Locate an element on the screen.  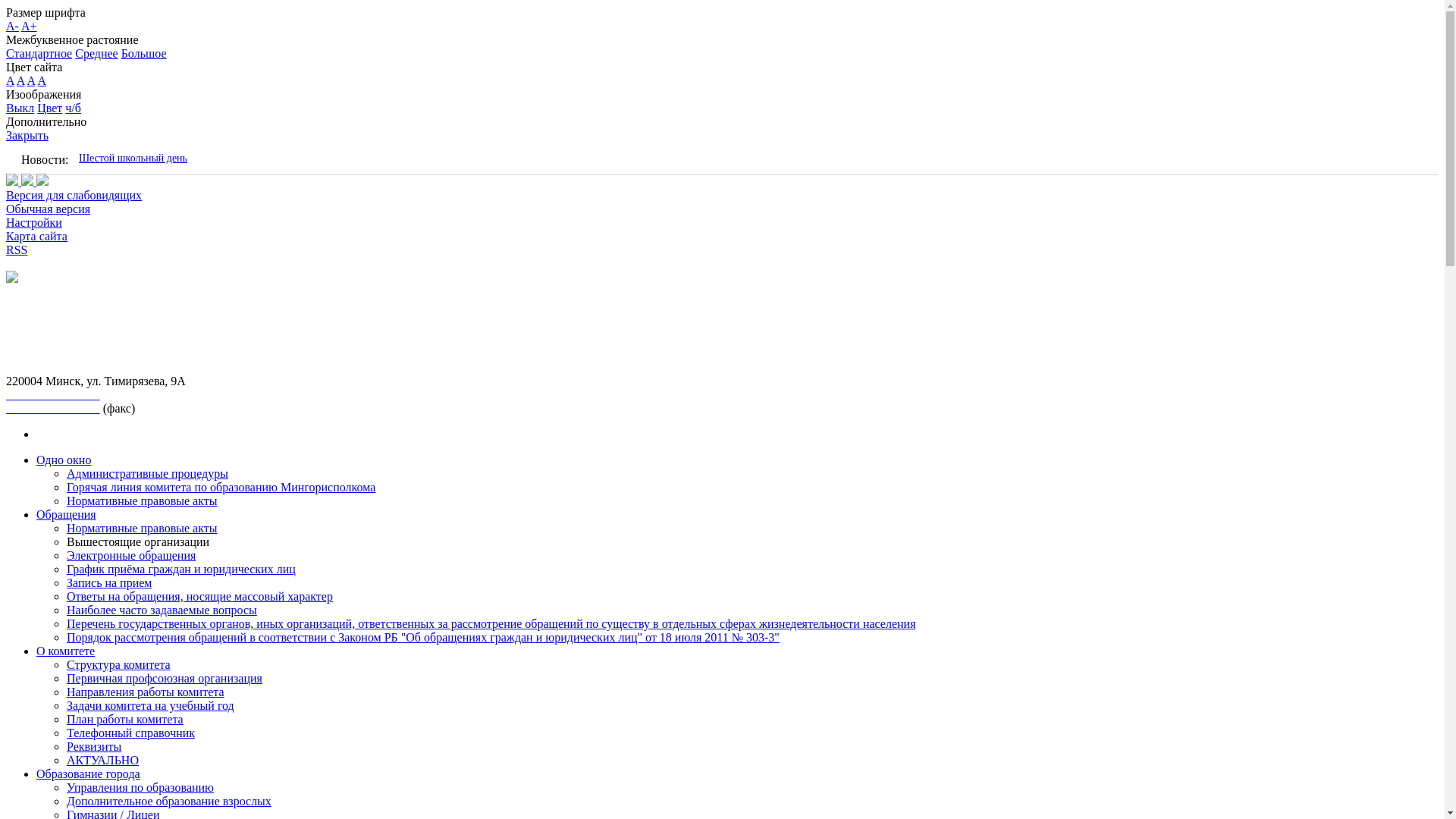
'A' is located at coordinates (10, 80).